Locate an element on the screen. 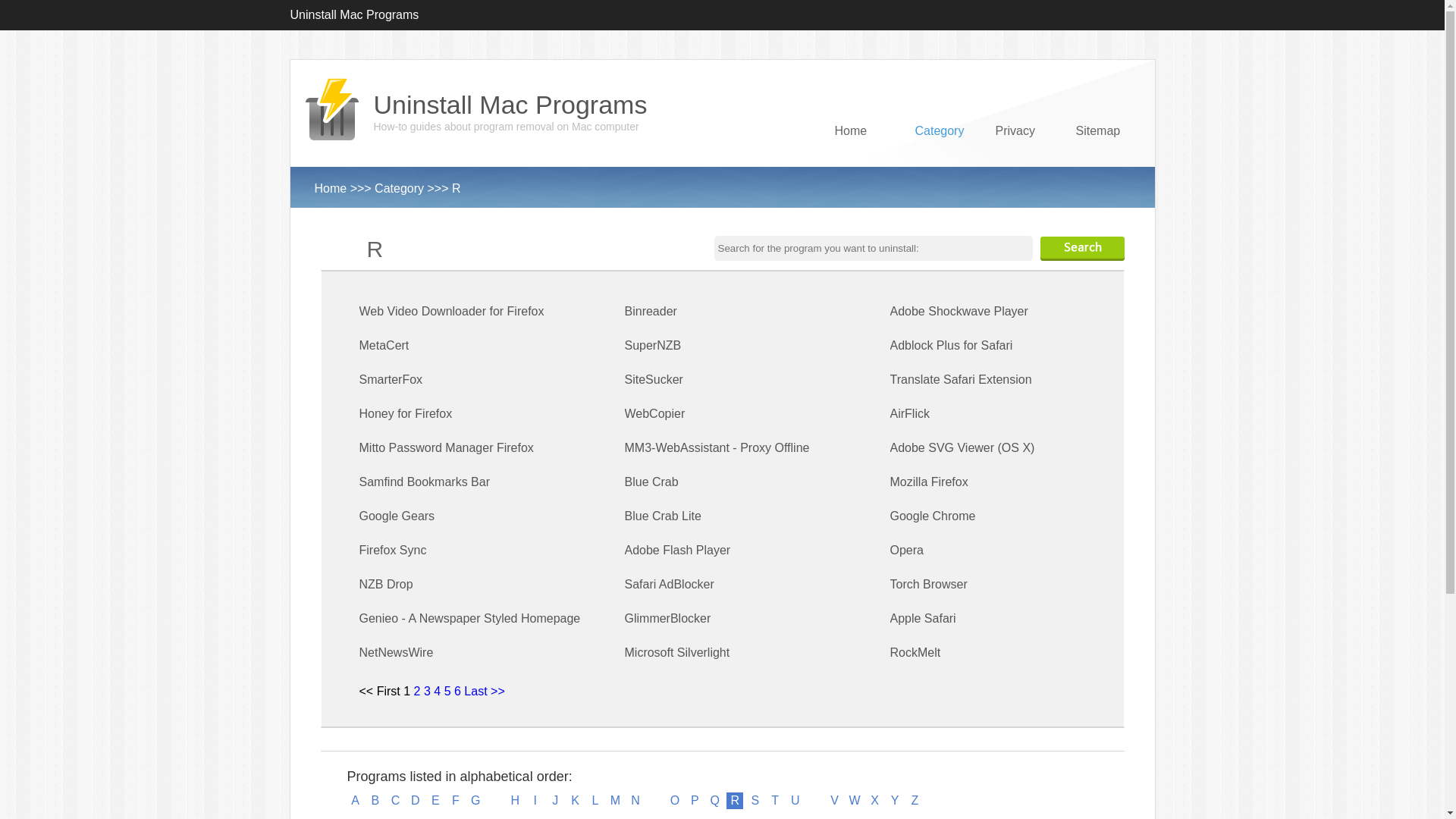 The image size is (1456, 819). 'B' is located at coordinates (375, 800).